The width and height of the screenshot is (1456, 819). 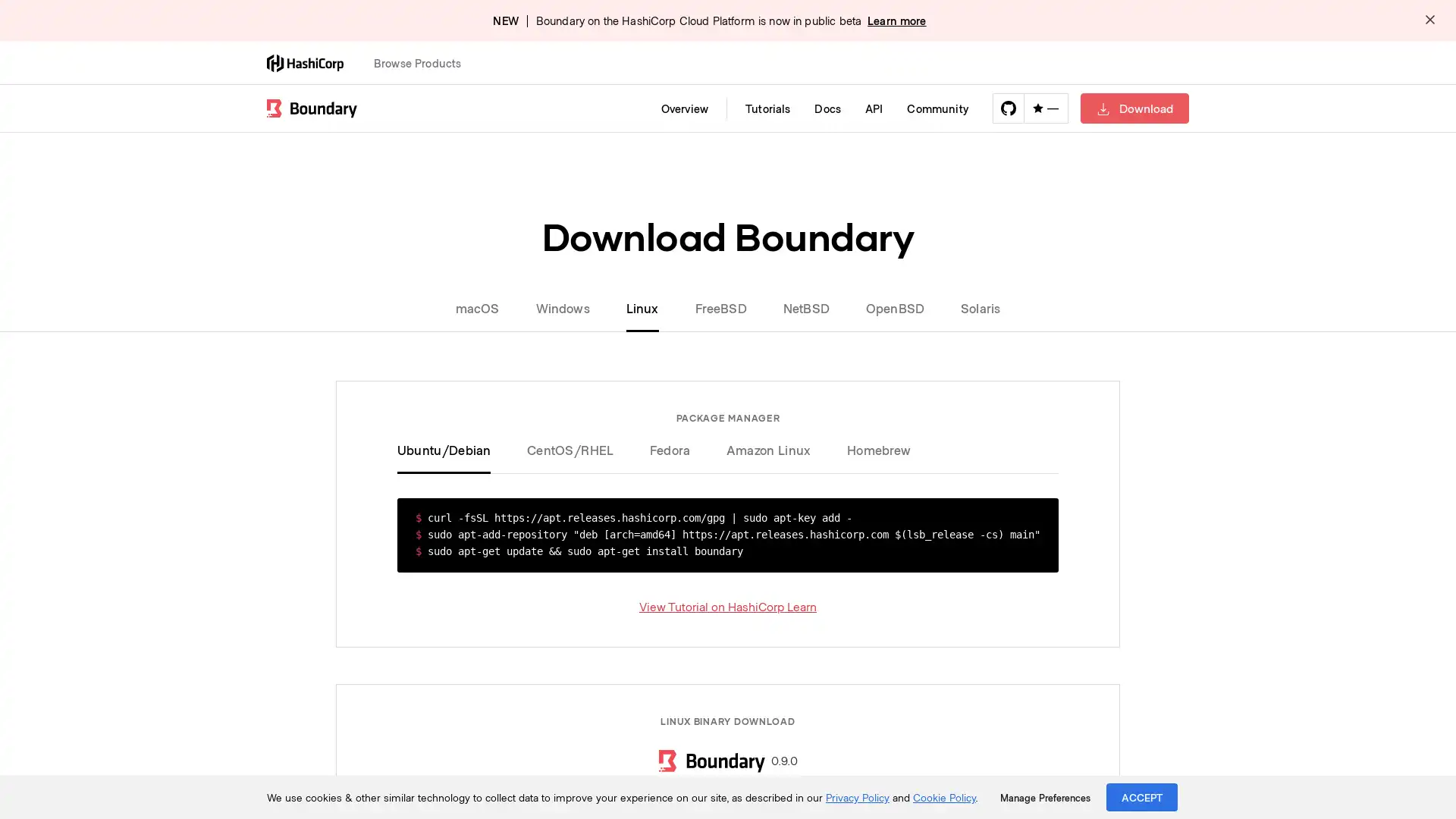 I want to click on FreeBSD, so click(x=720, y=307).